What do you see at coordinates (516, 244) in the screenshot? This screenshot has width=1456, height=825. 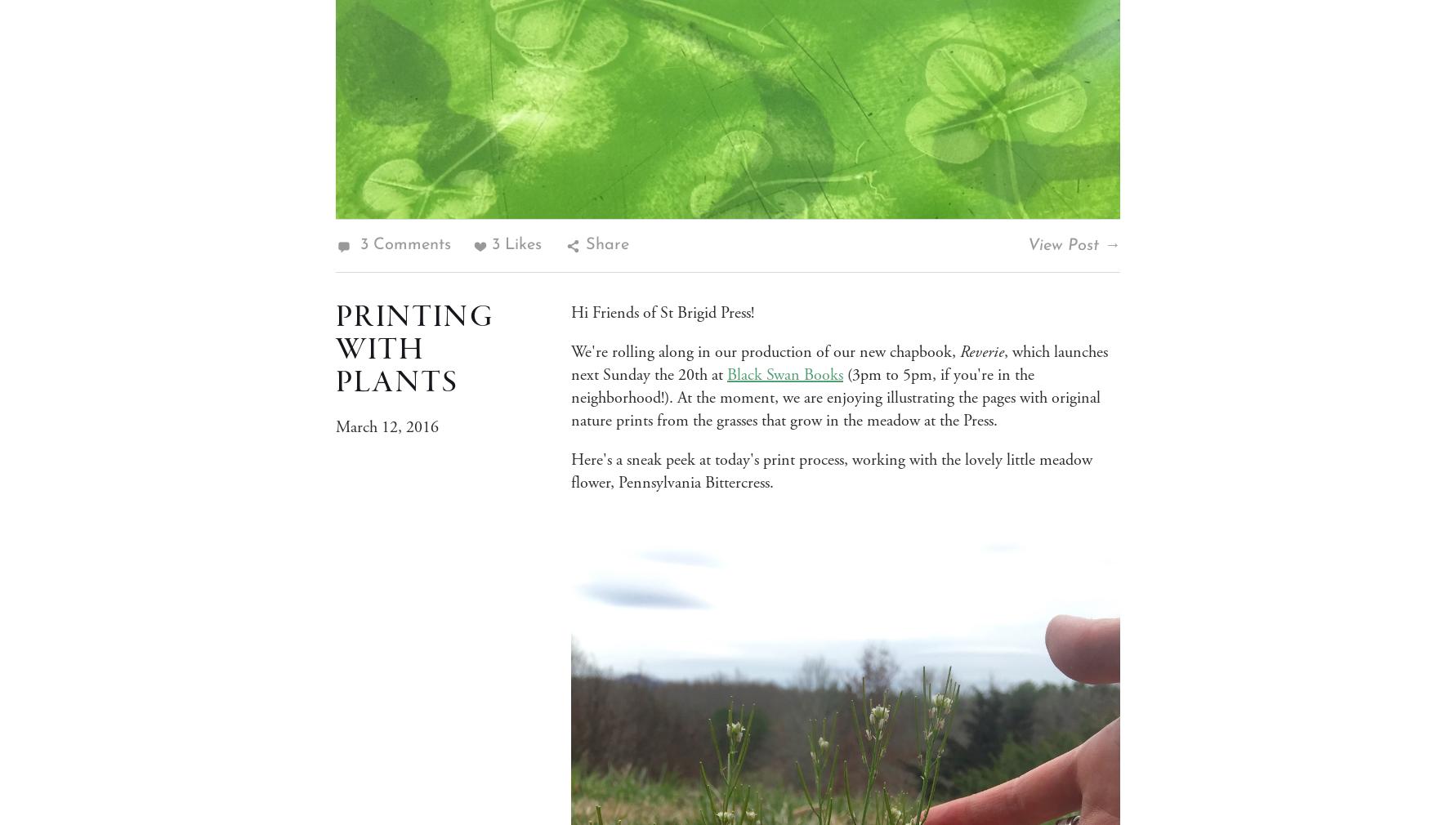 I see `'3 Likes'` at bounding box center [516, 244].